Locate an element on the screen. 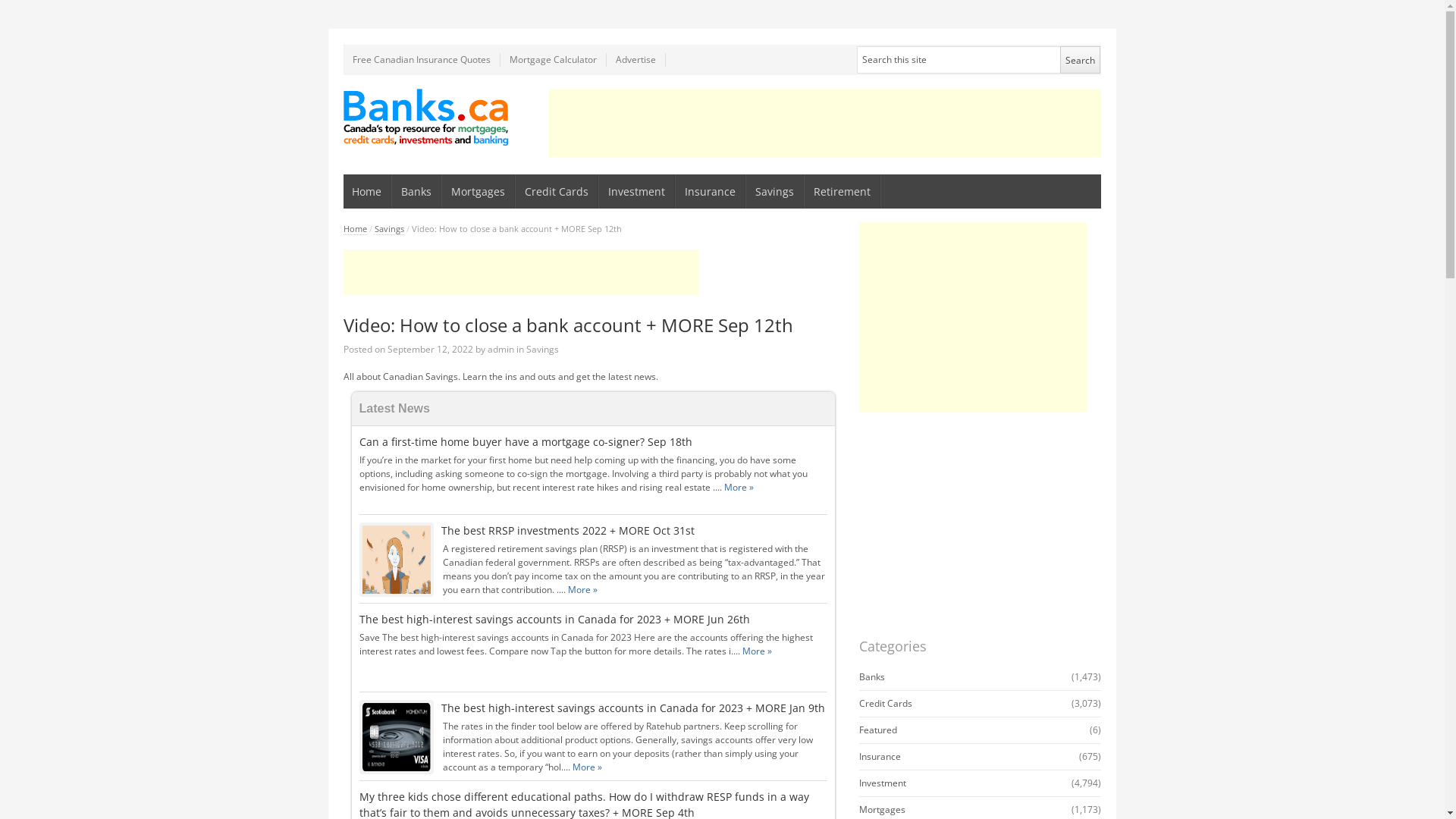 The width and height of the screenshot is (1456, 819). 'Banks in Canada' is located at coordinates (425, 116).